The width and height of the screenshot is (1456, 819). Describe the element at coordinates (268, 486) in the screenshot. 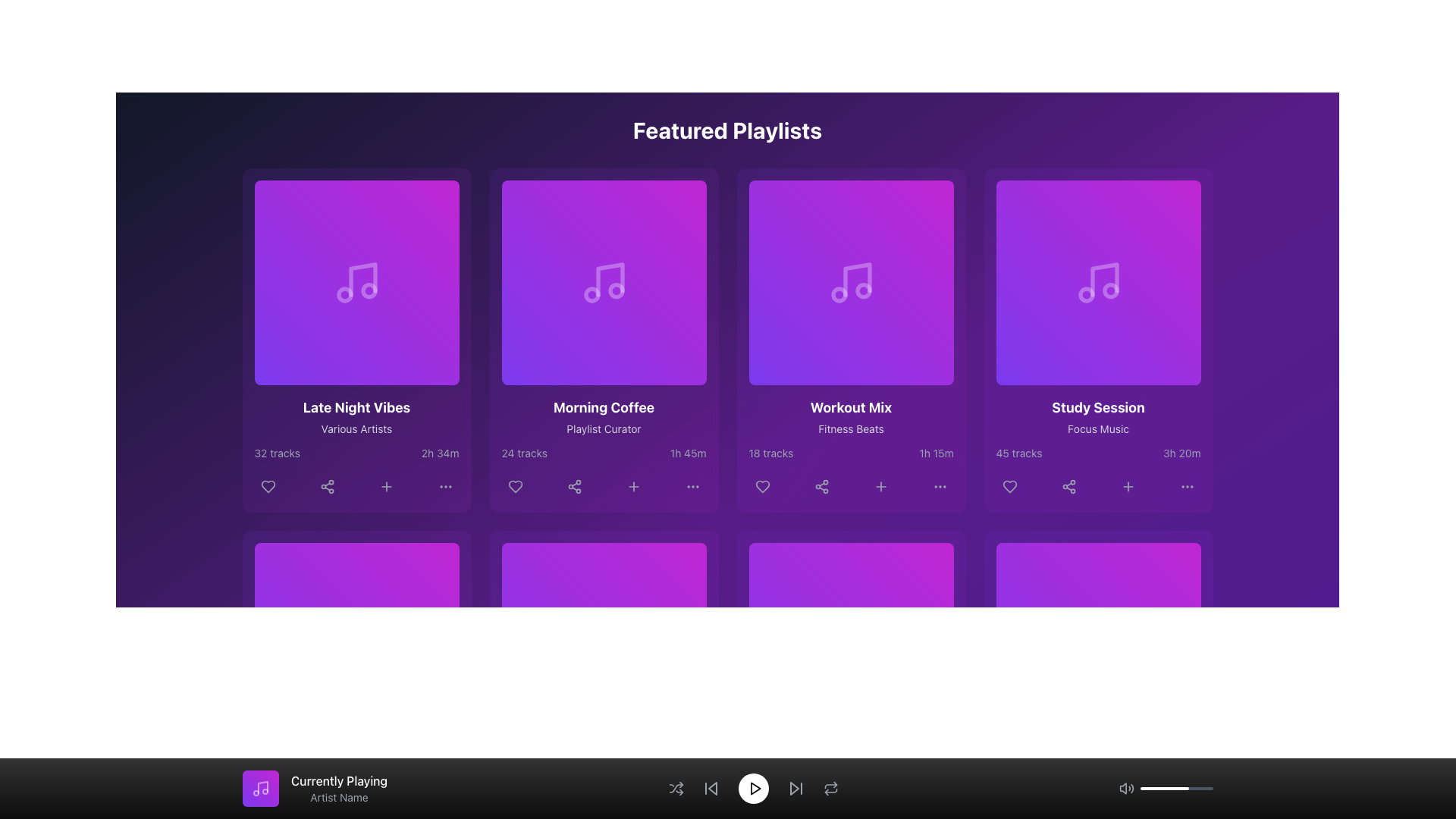

I see `the heart icon button located at the bottom-left corner of the 'Late Night Vibes' playlist card to favorite or unfavorite the playlist` at that location.